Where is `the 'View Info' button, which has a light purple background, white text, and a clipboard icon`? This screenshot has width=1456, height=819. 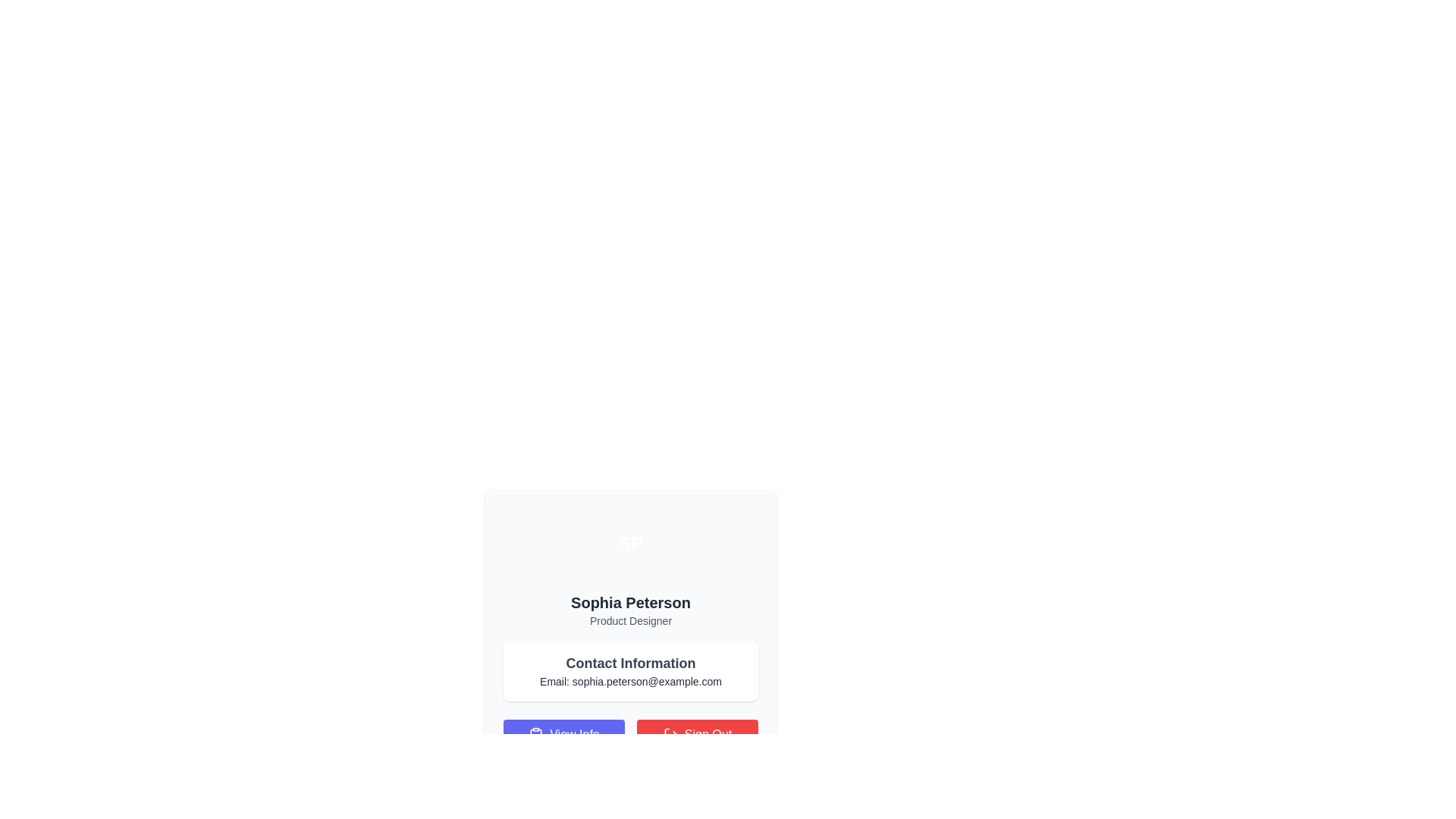 the 'View Info' button, which has a light purple background, white text, and a clipboard icon is located at coordinates (563, 733).